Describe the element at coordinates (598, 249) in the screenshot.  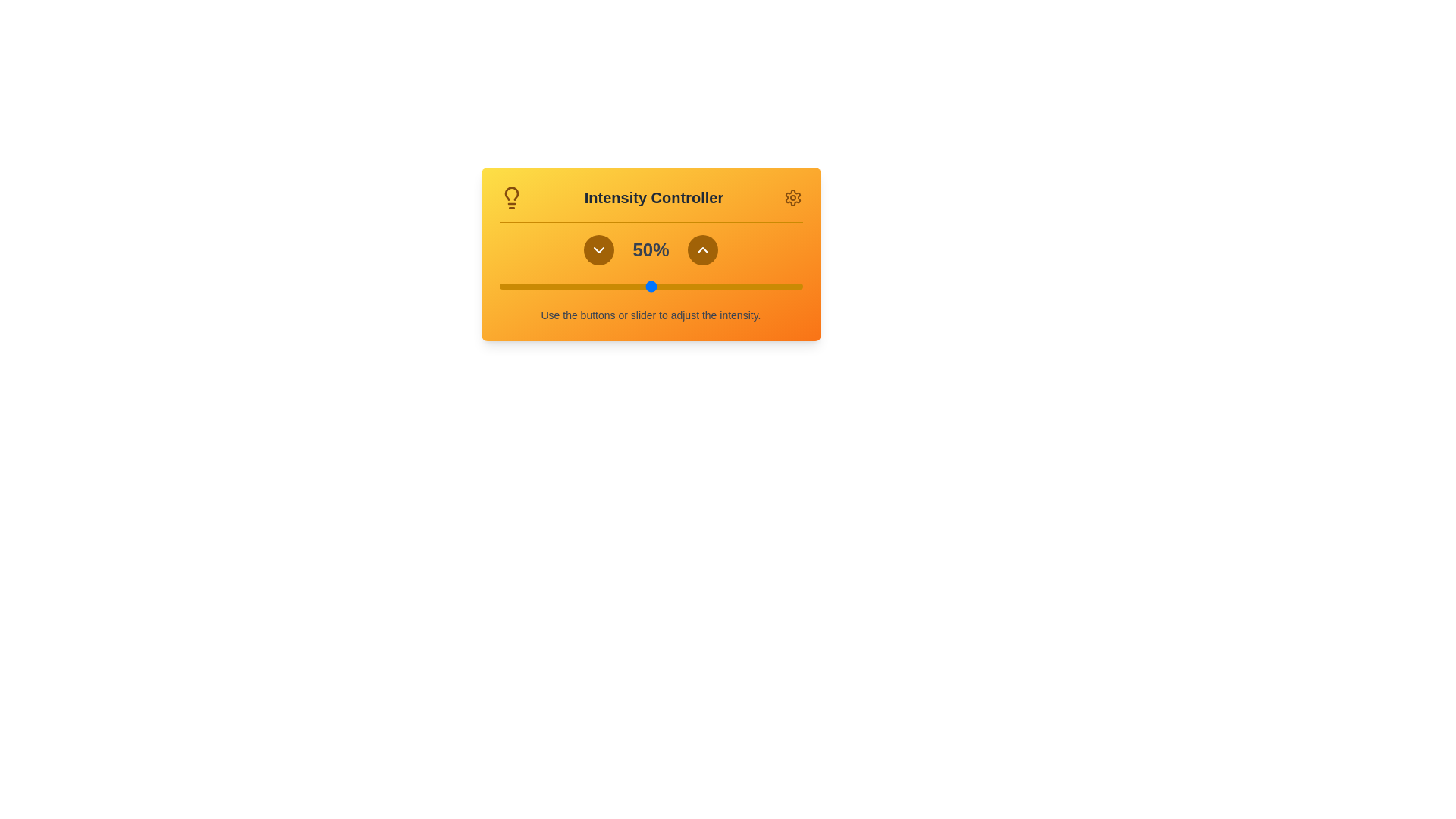
I see `the chevron down icon within the button that decreases the intensity value displayed as '50%'` at that location.